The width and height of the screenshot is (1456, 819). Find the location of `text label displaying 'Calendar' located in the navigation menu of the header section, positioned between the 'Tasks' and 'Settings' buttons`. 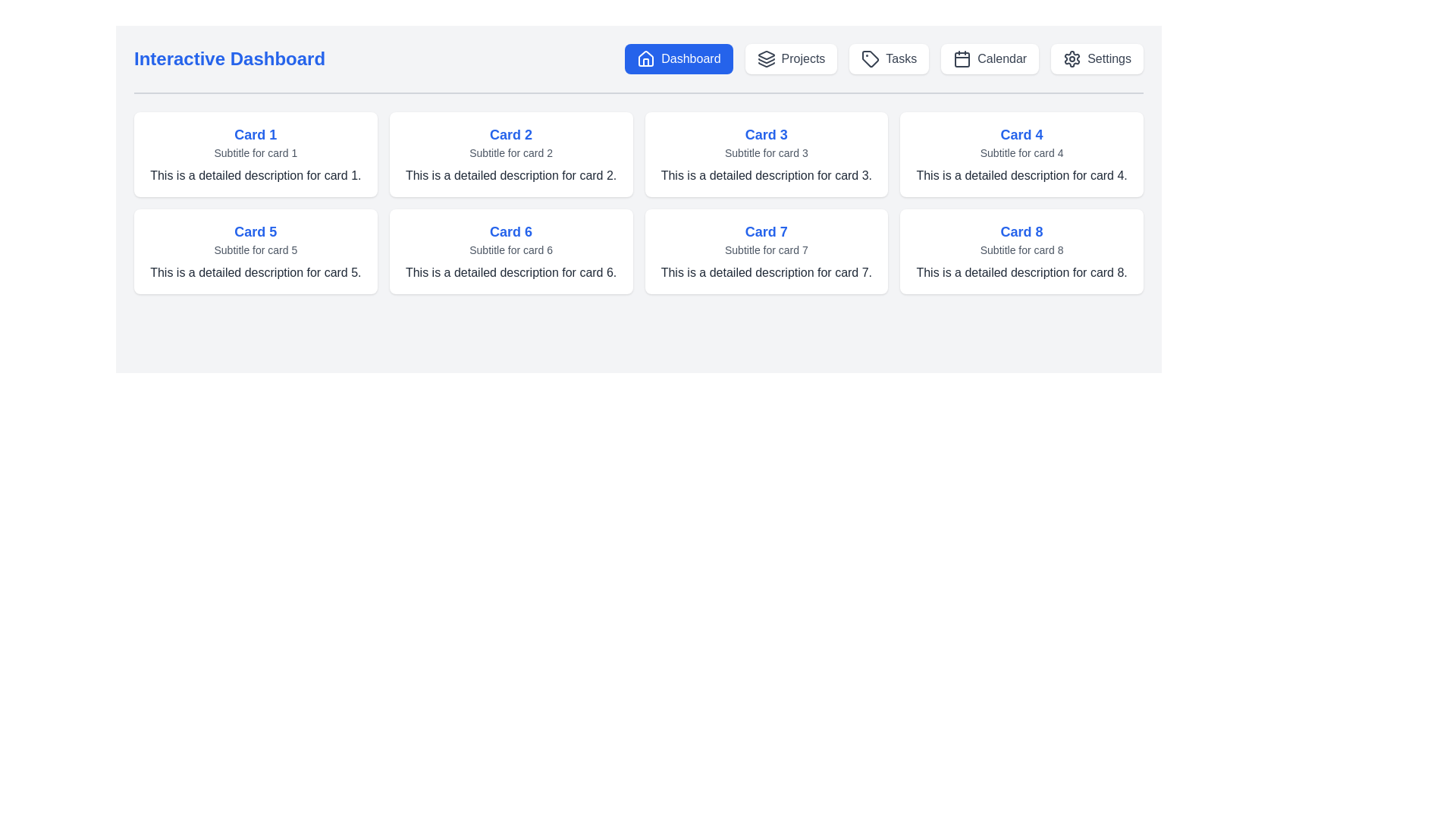

text label displaying 'Calendar' located in the navigation menu of the header section, positioned between the 'Tasks' and 'Settings' buttons is located at coordinates (1002, 58).